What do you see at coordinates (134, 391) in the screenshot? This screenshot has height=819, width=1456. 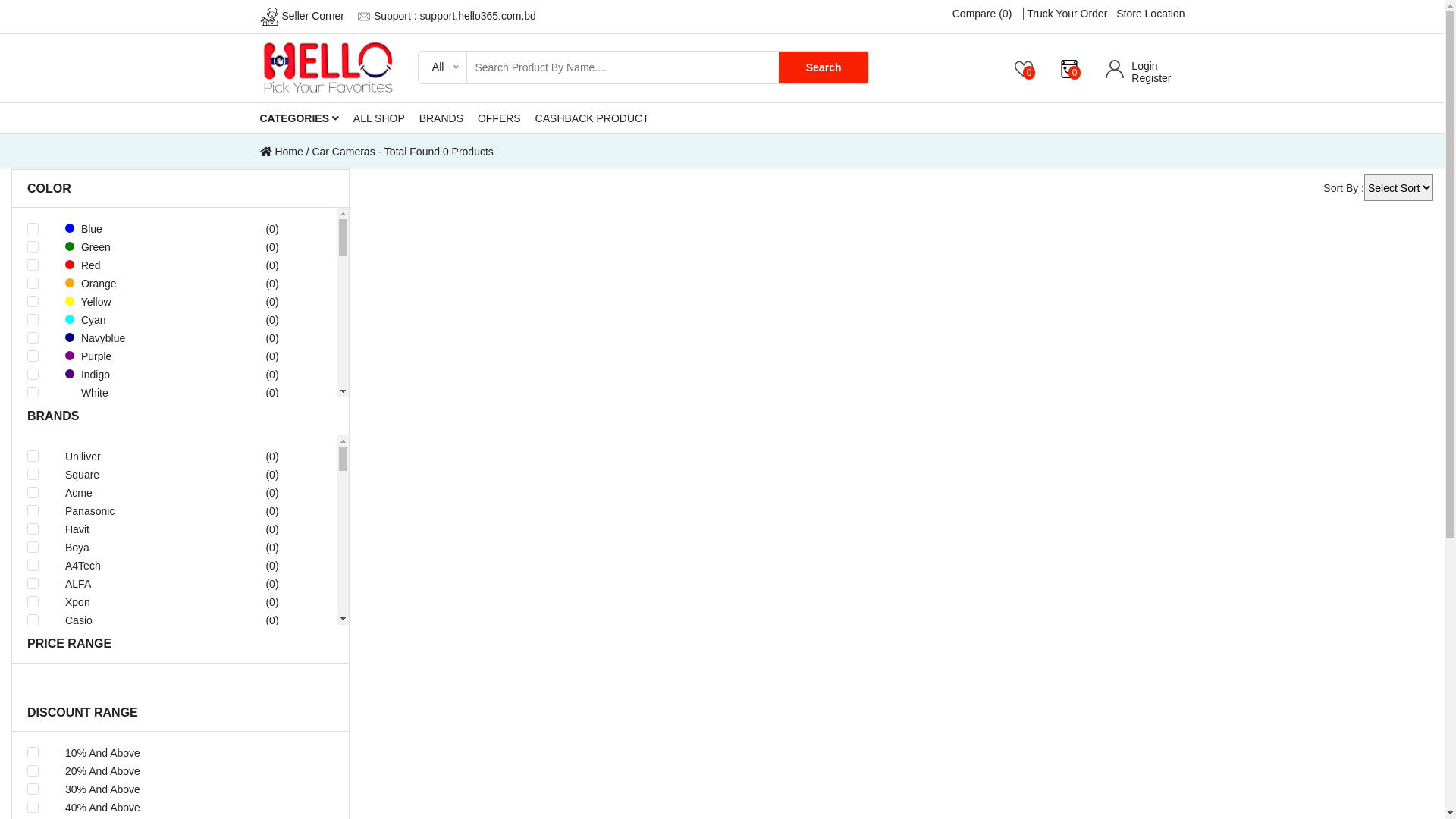 I see `'White'` at bounding box center [134, 391].